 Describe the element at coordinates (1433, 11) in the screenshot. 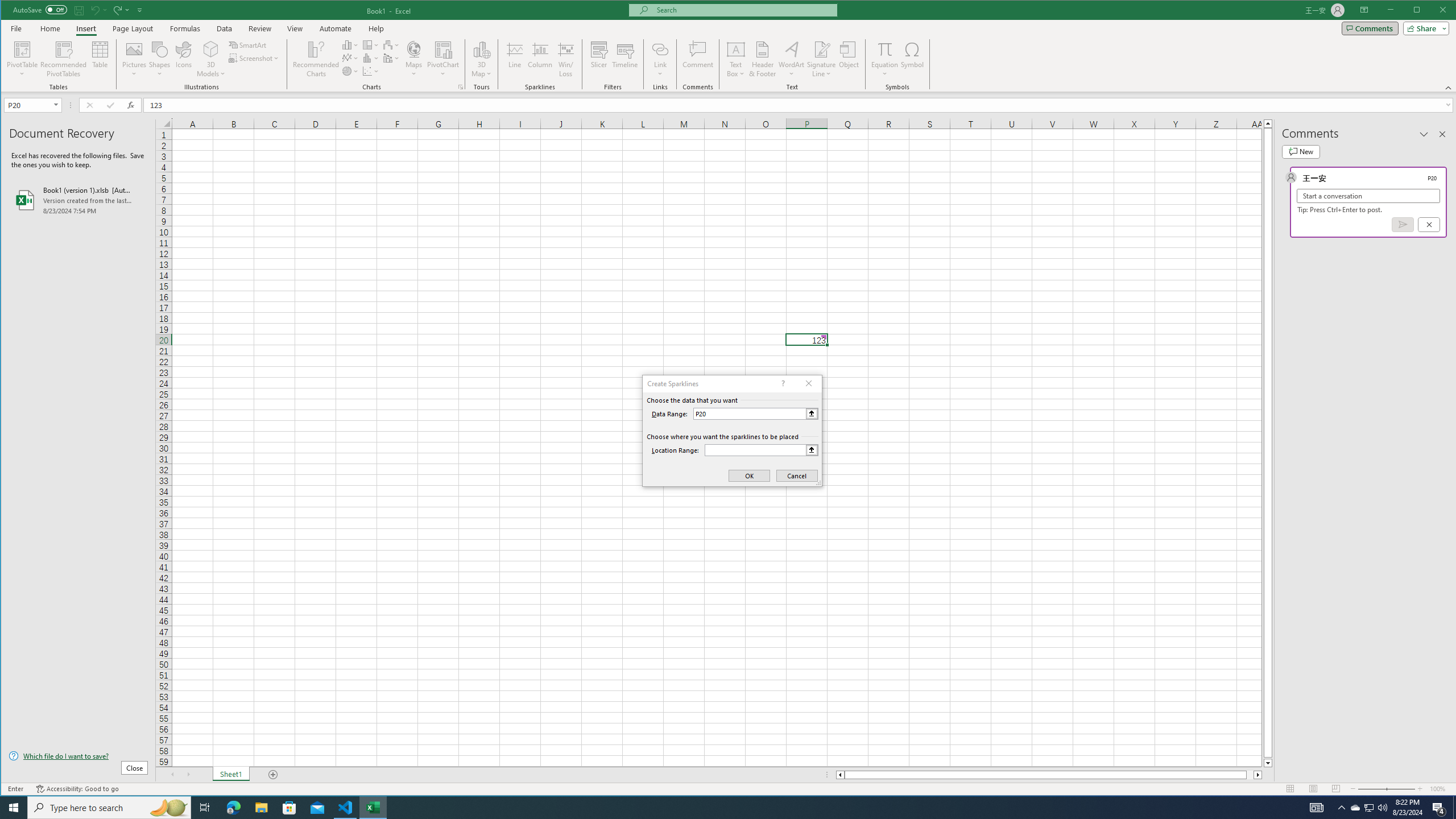

I see `'Maximize'` at that location.